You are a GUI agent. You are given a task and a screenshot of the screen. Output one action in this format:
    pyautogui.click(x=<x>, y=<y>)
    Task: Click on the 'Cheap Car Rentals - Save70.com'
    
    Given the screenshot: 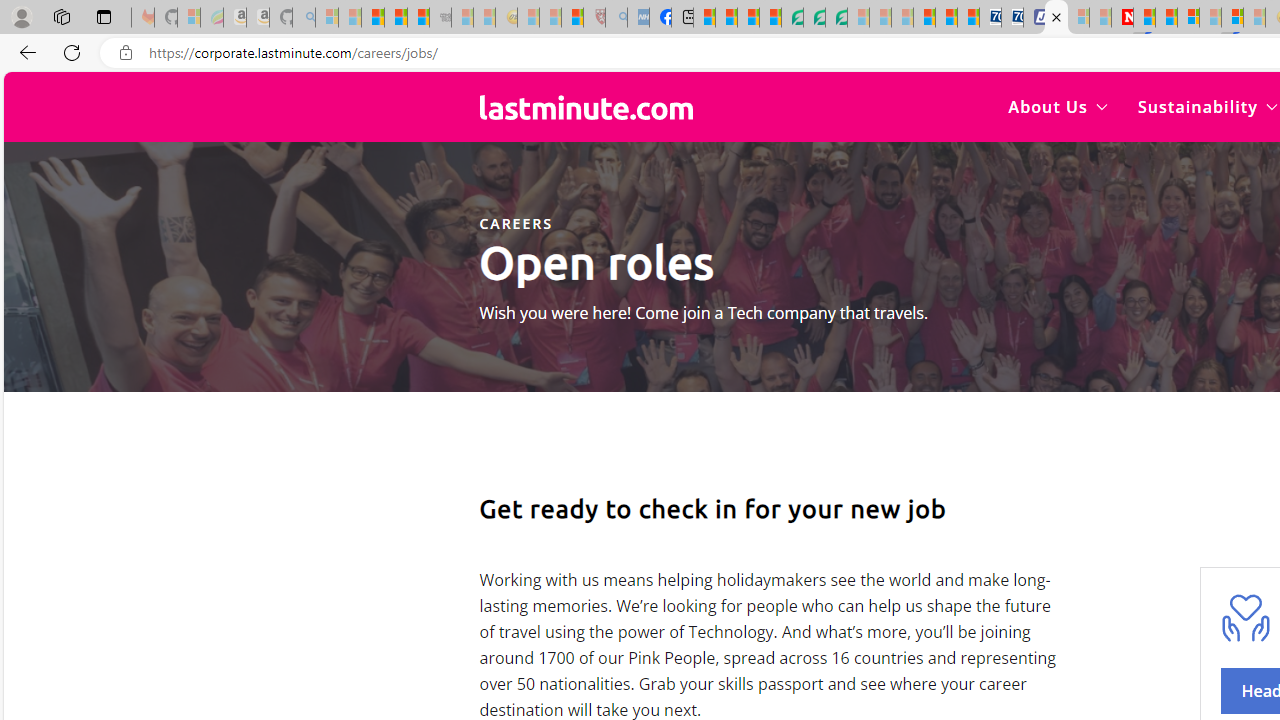 What is the action you would take?
    pyautogui.click(x=990, y=17)
    